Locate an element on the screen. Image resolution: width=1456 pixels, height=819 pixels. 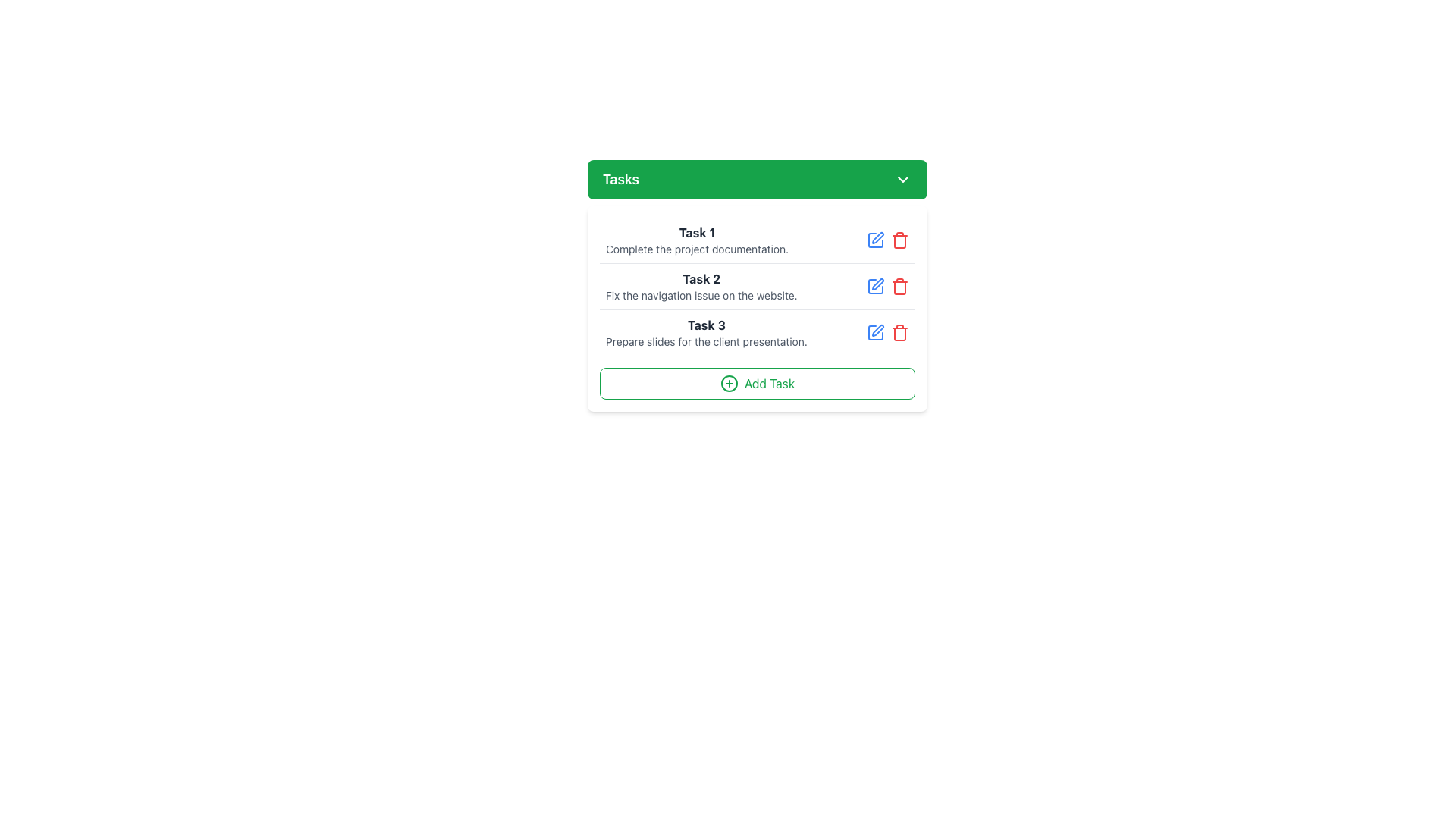
the square outline icon located to the right of the 'Task 1' heading in the task list is located at coordinates (876, 239).